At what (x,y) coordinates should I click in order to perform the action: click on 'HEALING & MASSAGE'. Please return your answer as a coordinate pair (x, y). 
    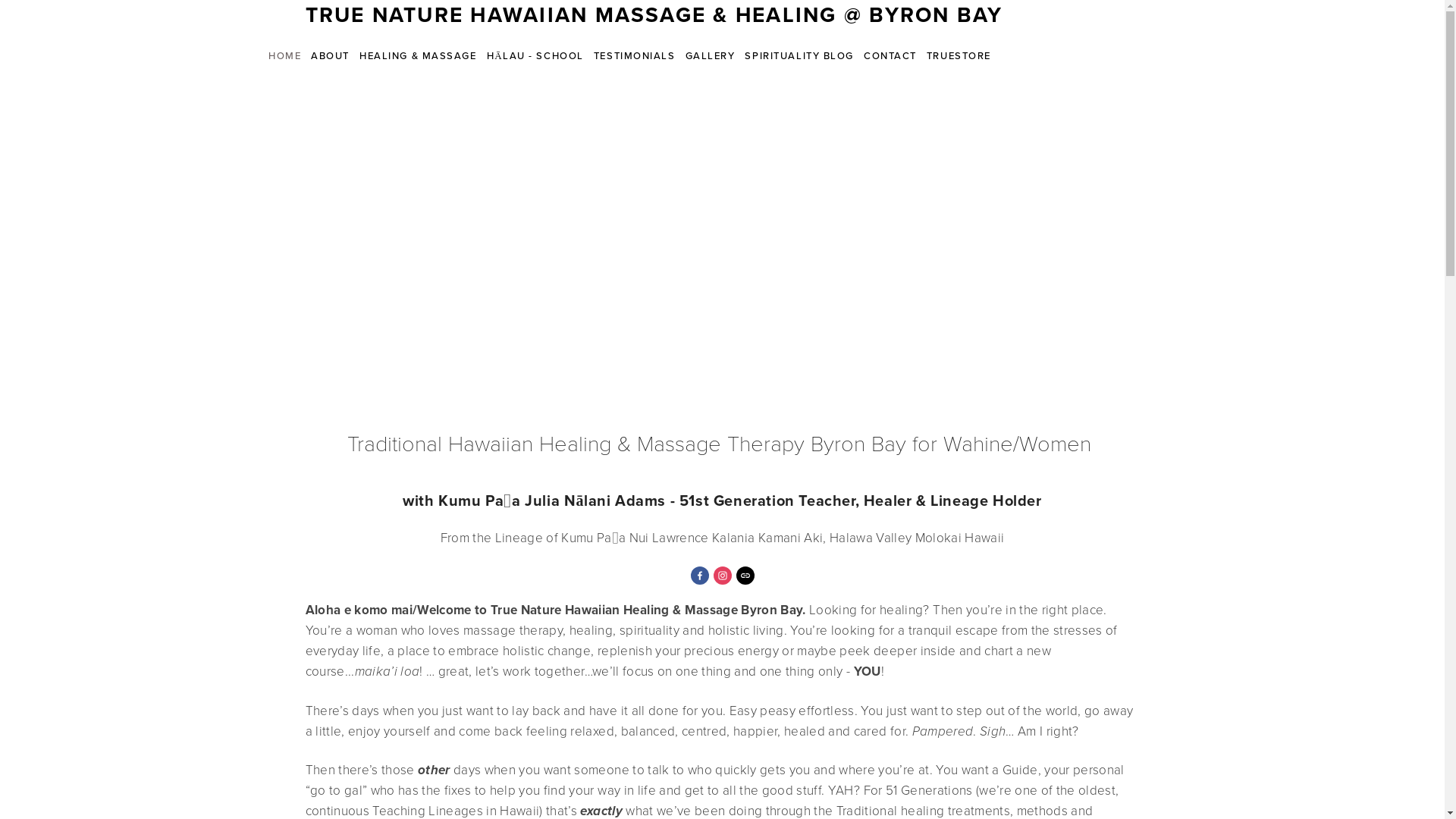
    Looking at the image, I should click on (419, 55).